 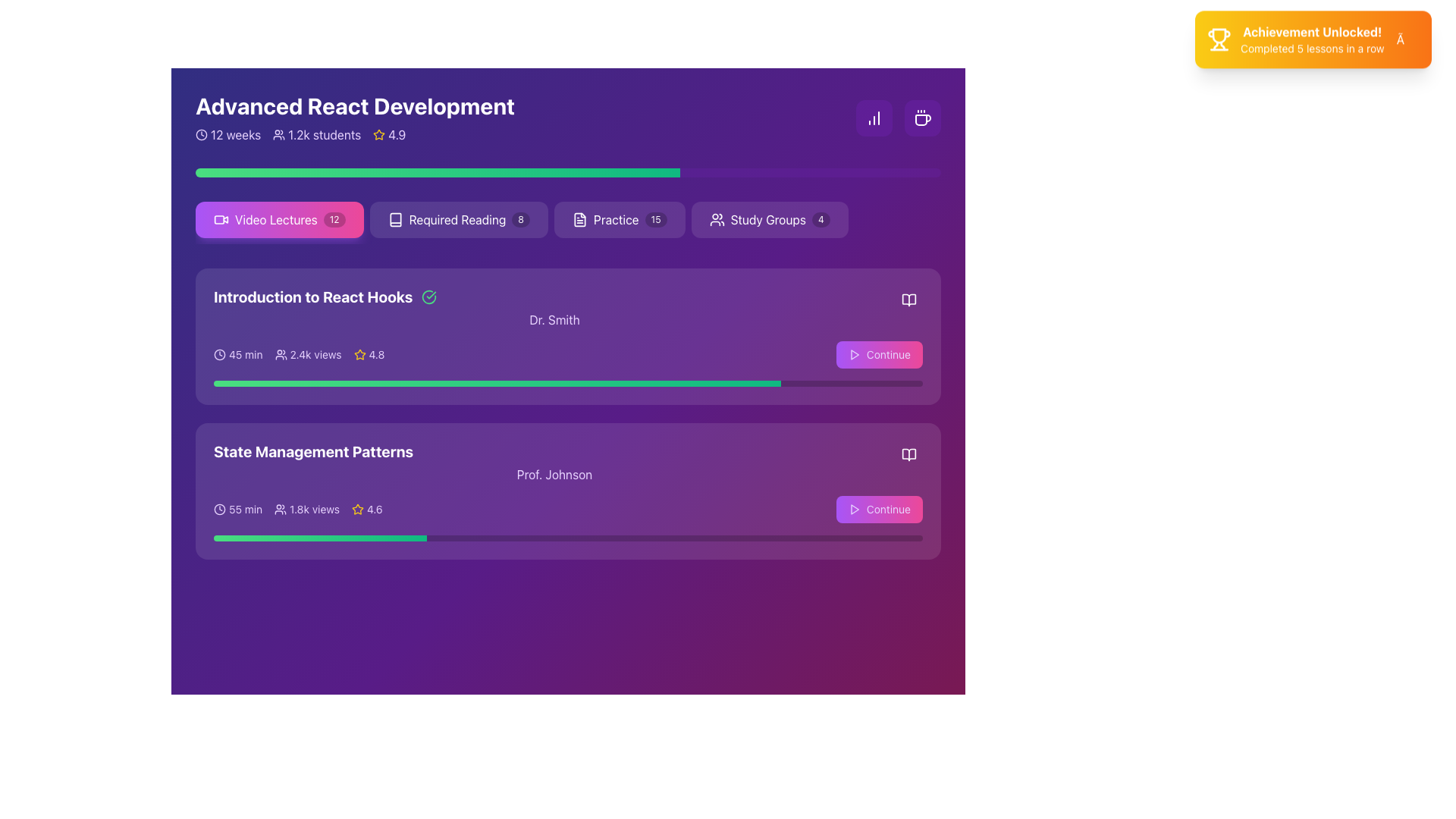 I want to click on the Notification badge displaying the number '4', located to the right of the 'Study Groups' label in the Study Groups menu, so click(x=820, y=219).